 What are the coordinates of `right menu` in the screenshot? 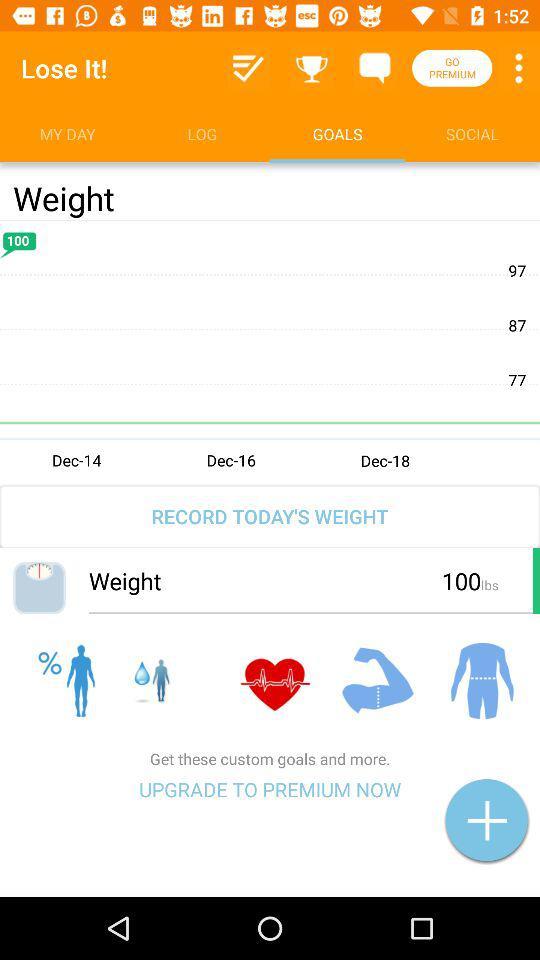 It's located at (248, 68).